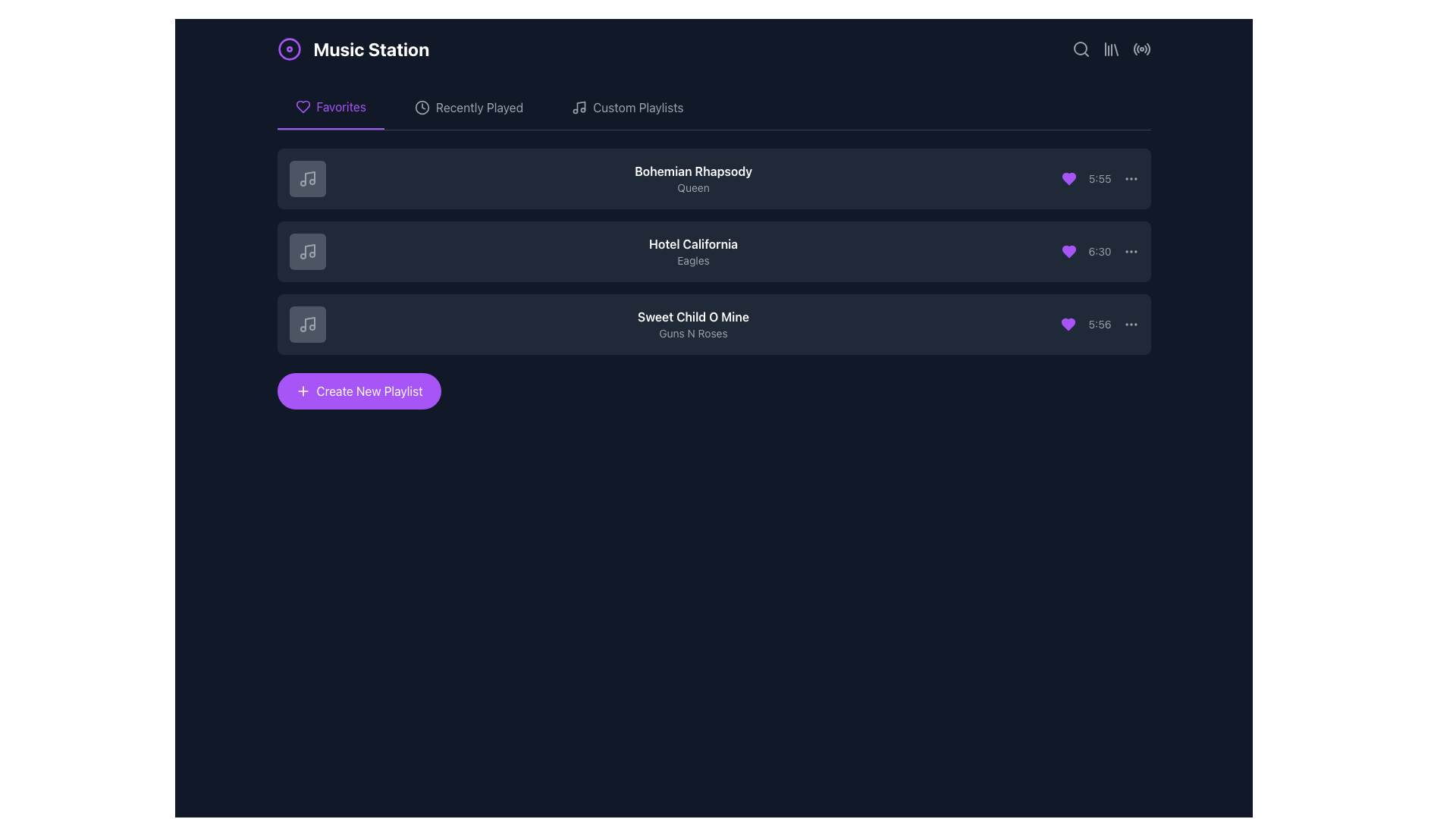  Describe the element at coordinates (692, 324) in the screenshot. I see `the Text Display that shows the title and artist of a music track in the Favorites section of the Music Station application, positioned in the third row under 'Bohemian Rhapsody' and 'Hotel California'` at that location.